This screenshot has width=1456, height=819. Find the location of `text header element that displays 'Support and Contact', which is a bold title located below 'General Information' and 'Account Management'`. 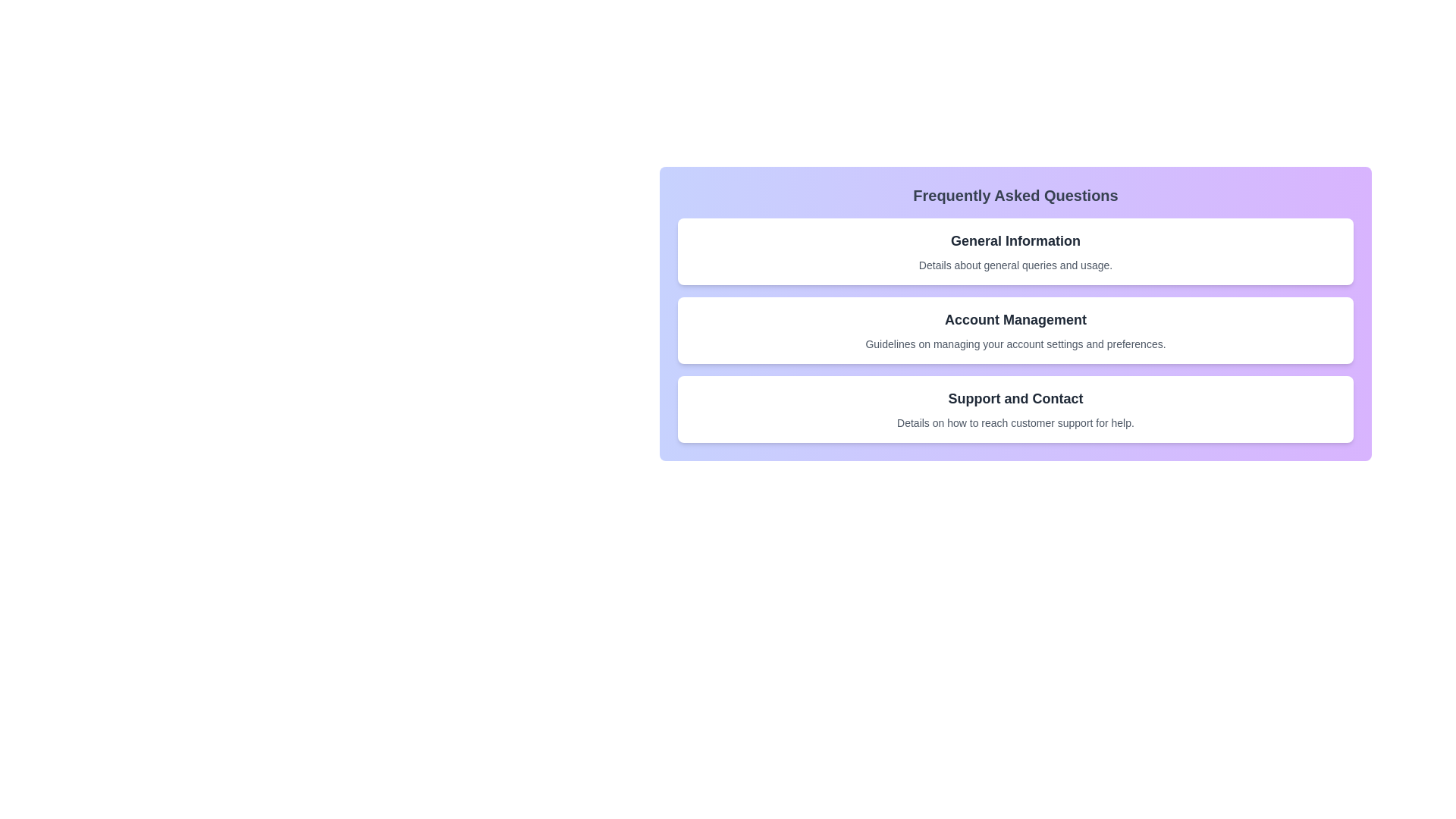

text header element that displays 'Support and Contact', which is a bold title located below 'General Information' and 'Account Management' is located at coordinates (1015, 397).